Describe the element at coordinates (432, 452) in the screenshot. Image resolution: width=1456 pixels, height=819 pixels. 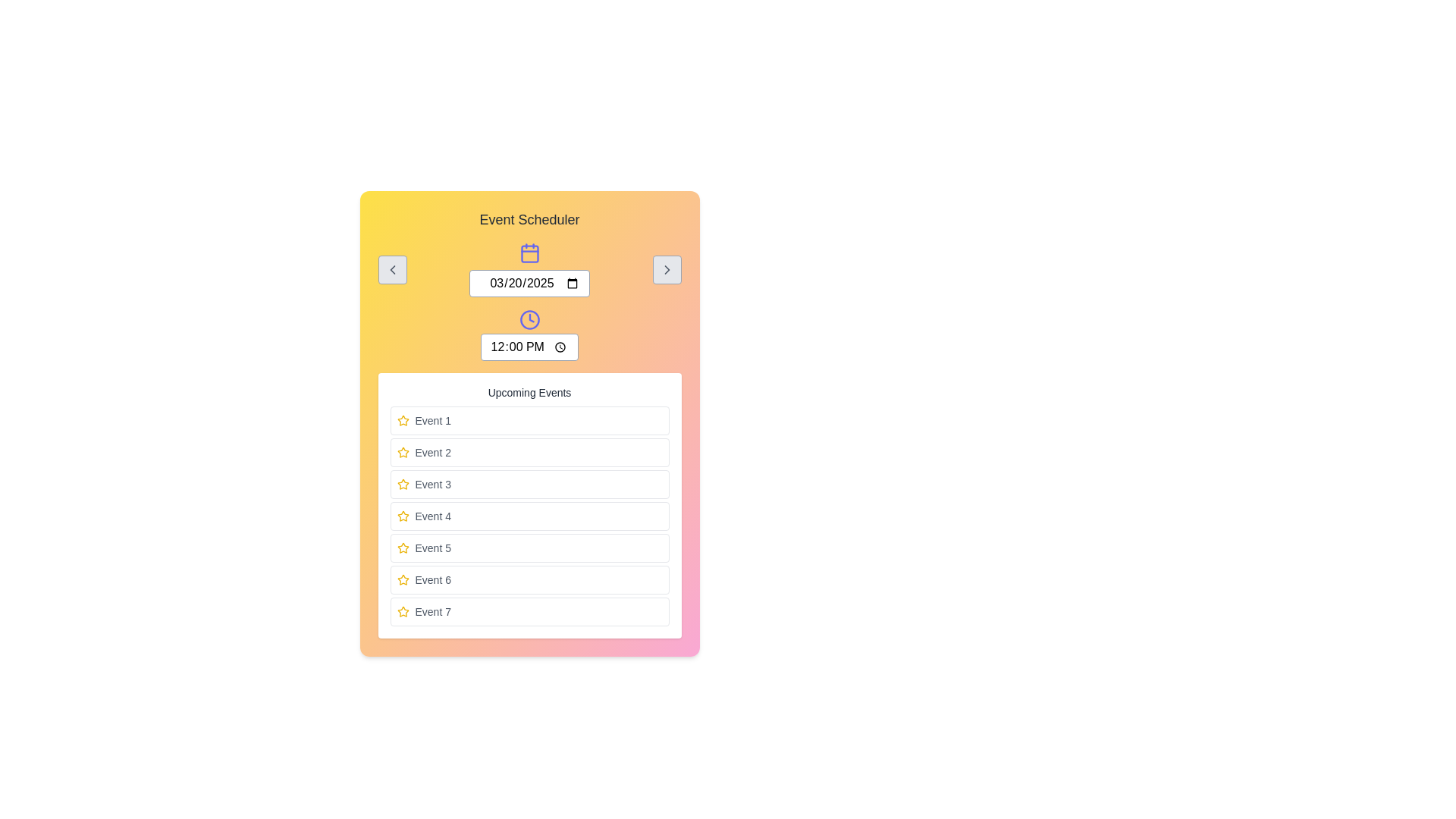
I see `the static text element that serves as a label for the second event in the 'Upcoming Events' panel, located beneath 'Event 1'` at that location.